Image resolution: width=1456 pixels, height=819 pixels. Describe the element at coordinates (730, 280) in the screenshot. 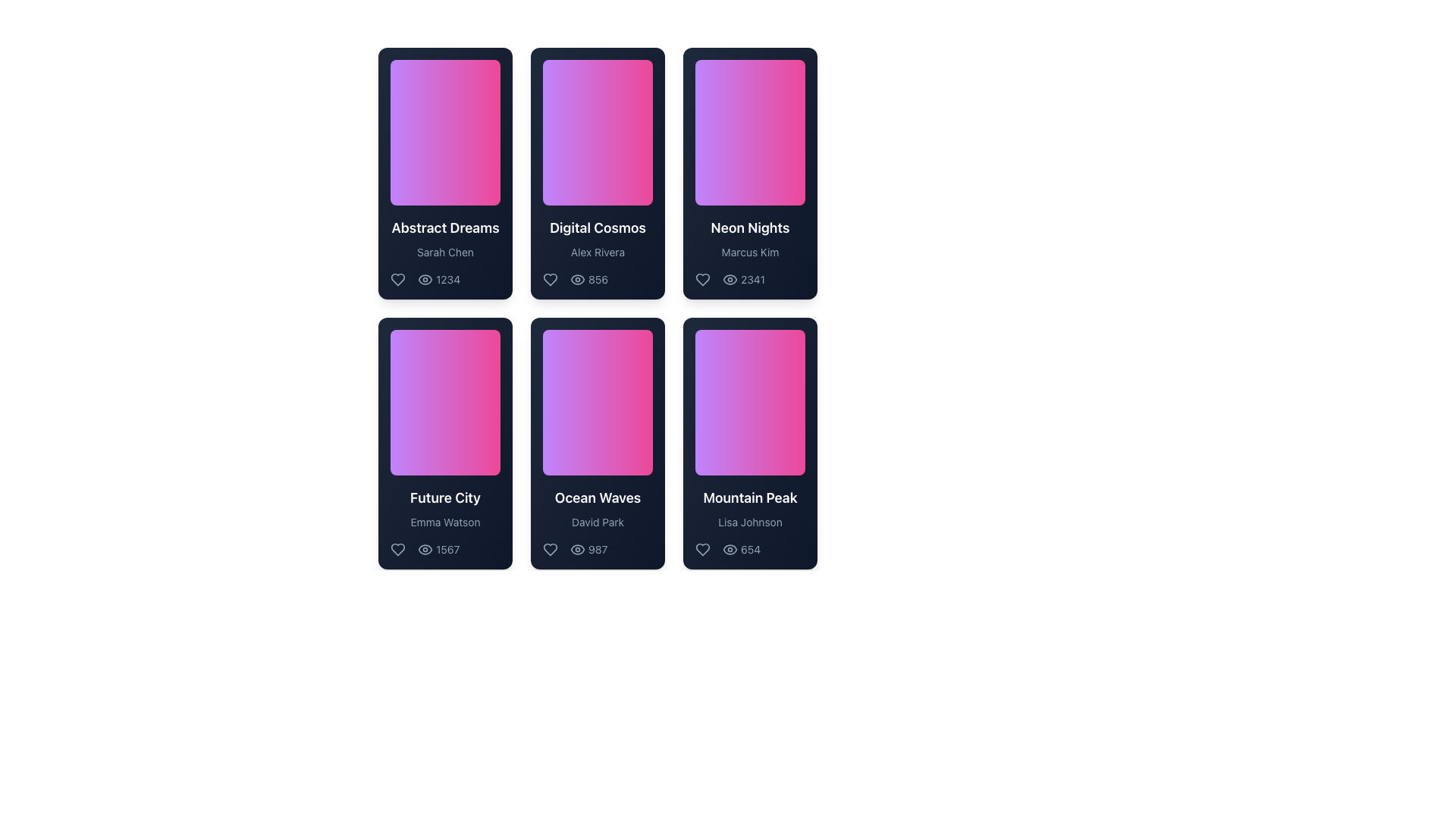

I see `number '2341' displayed beside the eye icon in the top-right section of the card beneath the 'Neon Nights' title` at that location.